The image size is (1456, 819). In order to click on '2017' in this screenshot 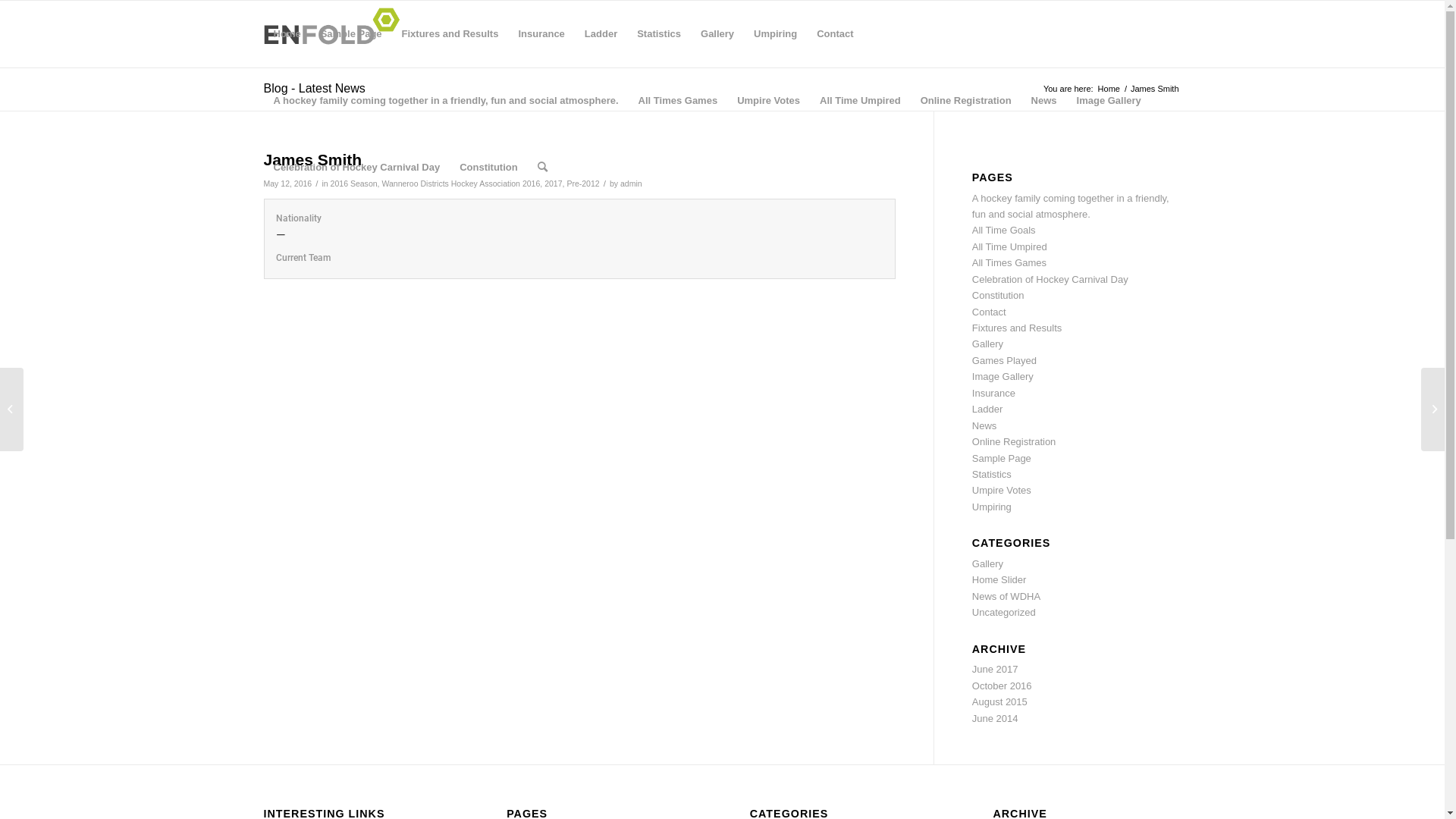, I will do `click(544, 183)`.